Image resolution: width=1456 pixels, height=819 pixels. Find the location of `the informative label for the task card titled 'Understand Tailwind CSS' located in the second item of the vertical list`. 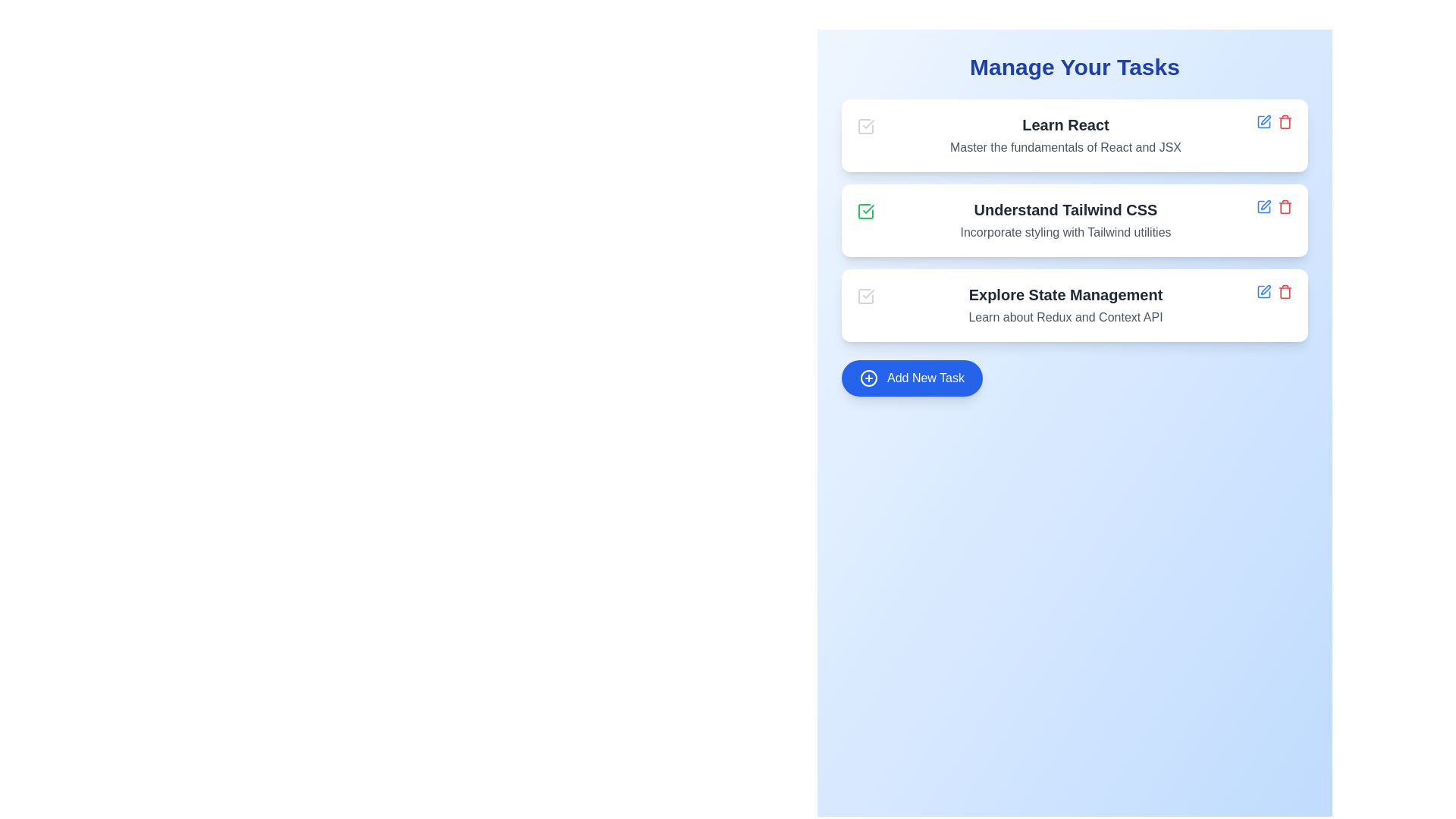

the informative label for the task card titled 'Understand Tailwind CSS' located in the second item of the vertical list is located at coordinates (1065, 210).